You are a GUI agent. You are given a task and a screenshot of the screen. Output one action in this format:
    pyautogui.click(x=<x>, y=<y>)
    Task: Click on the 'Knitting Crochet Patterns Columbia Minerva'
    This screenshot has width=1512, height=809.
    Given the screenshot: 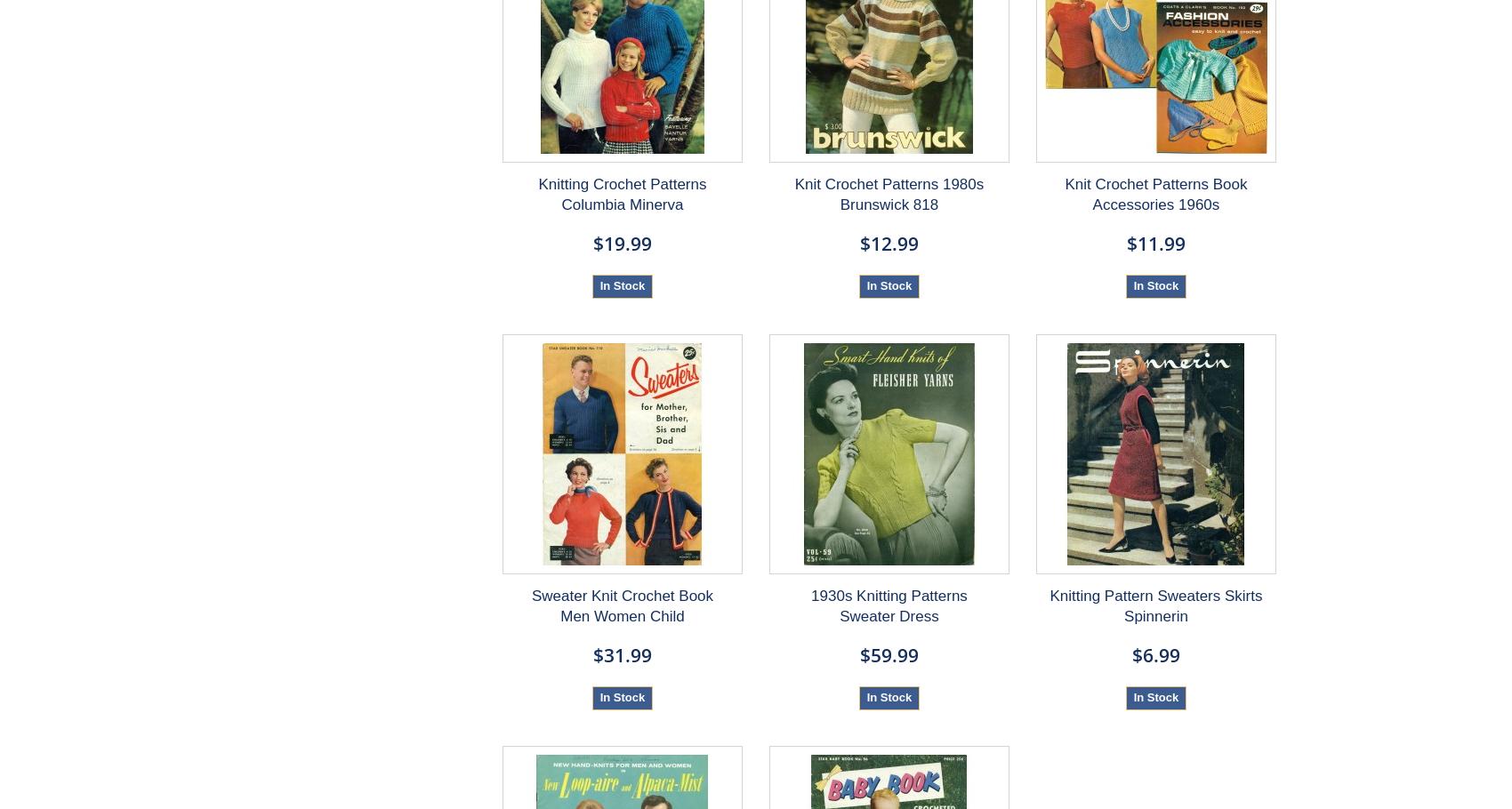 What is the action you would take?
    pyautogui.click(x=622, y=193)
    